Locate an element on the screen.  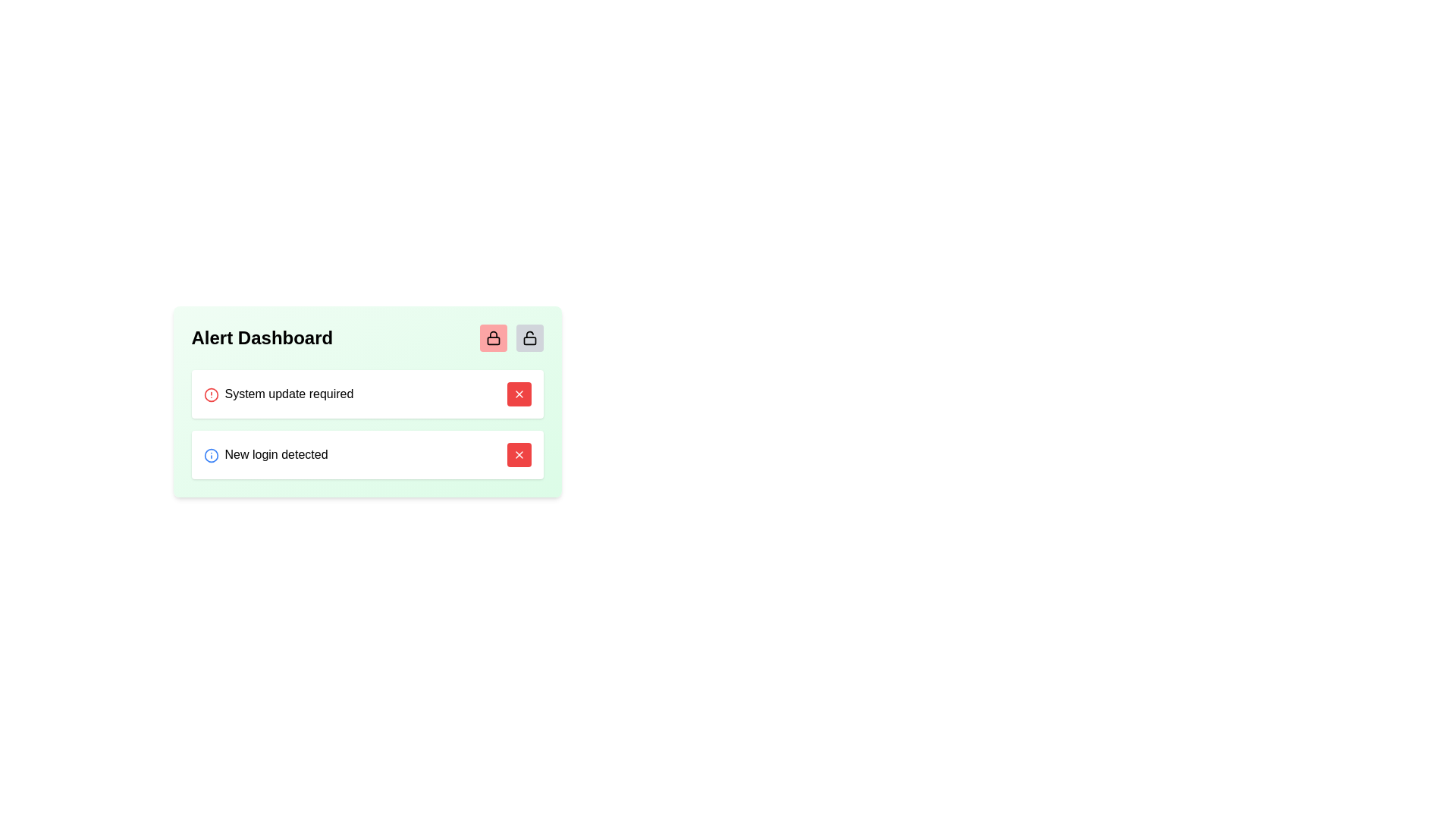
the lock icon with rounded edges located at the top-right corner of the 'Alert Dashboard' is located at coordinates (493, 337).